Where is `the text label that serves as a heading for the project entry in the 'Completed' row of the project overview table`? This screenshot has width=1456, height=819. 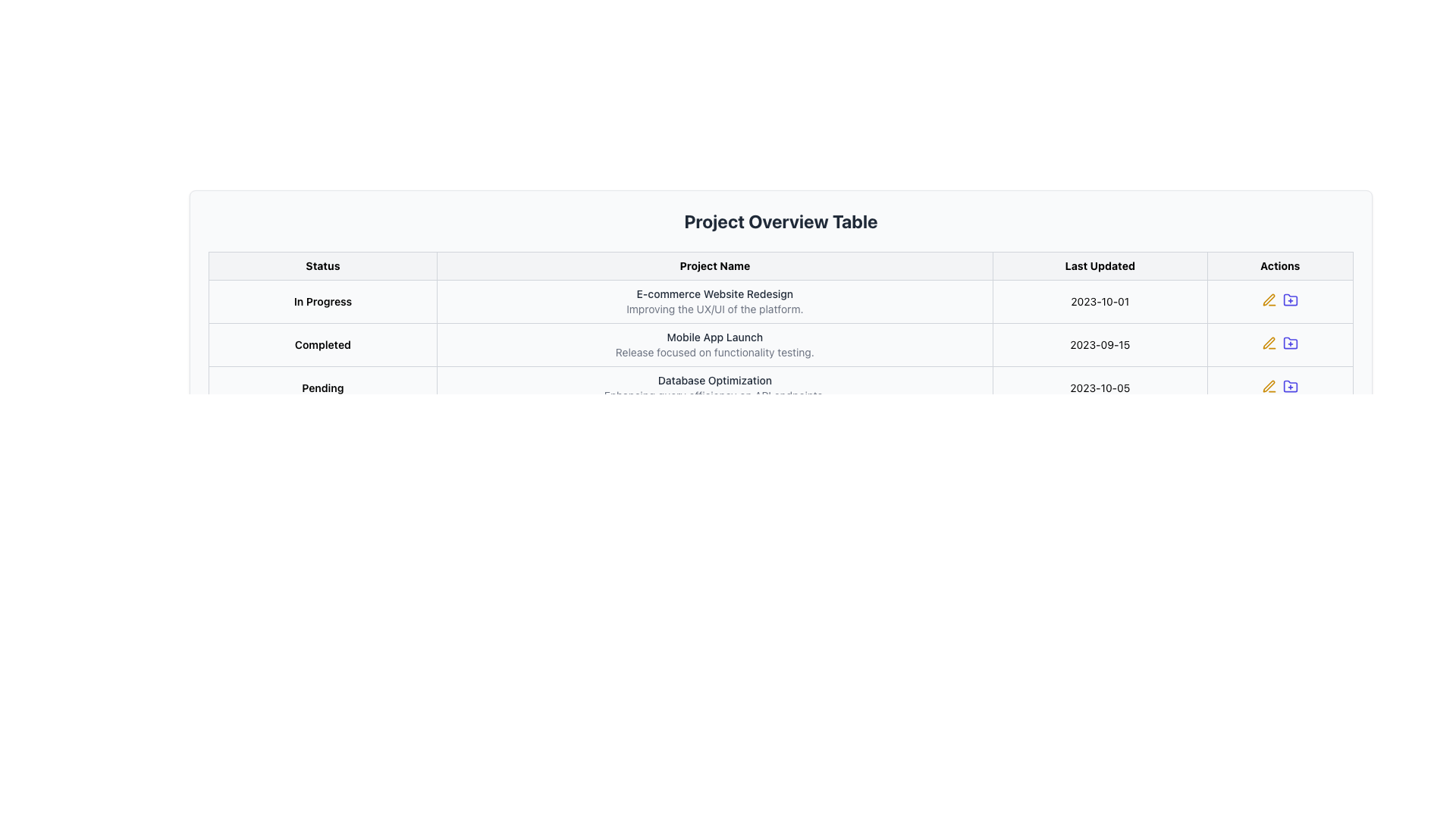 the text label that serves as a heading for the project entry in the 'Completed' row of the project overview table is located at coordinates (714, 336).